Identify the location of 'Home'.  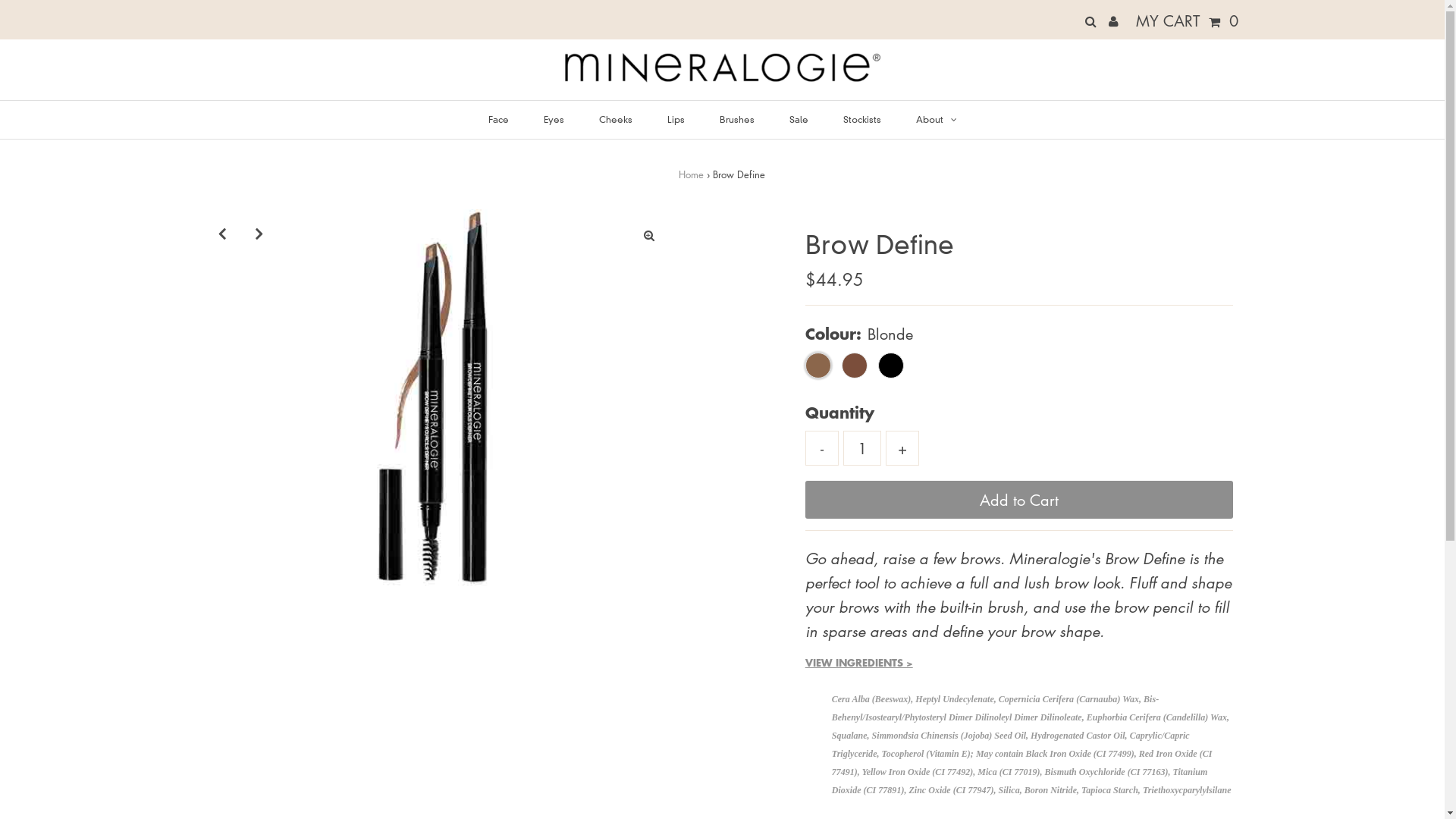
(677, 173).